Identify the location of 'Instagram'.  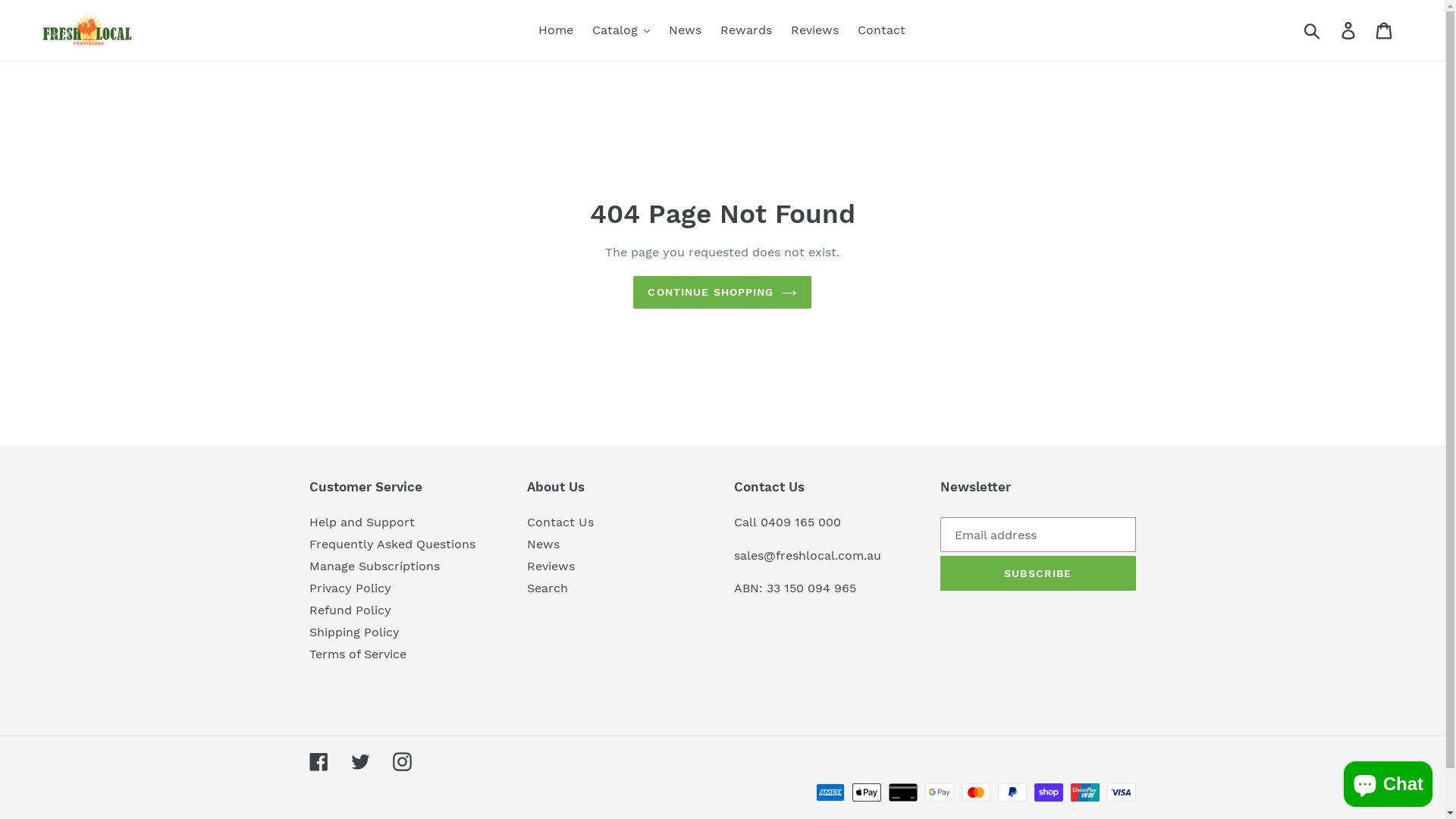
(402, 762).